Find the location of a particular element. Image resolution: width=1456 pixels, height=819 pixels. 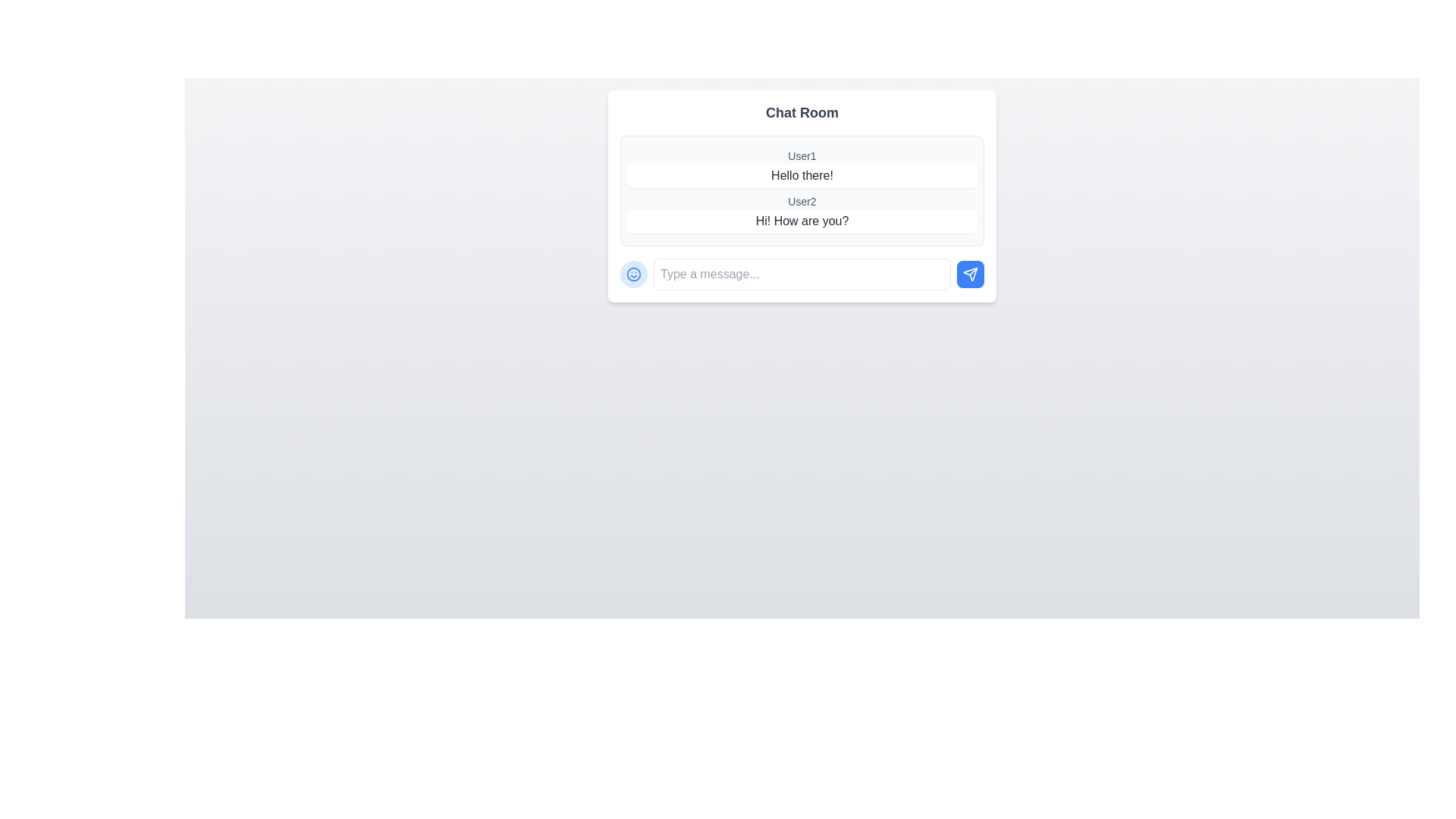

the decorative vector graphic within the send button located at the bottom-right corner of the chat interface is located at coordinates (973, 271).